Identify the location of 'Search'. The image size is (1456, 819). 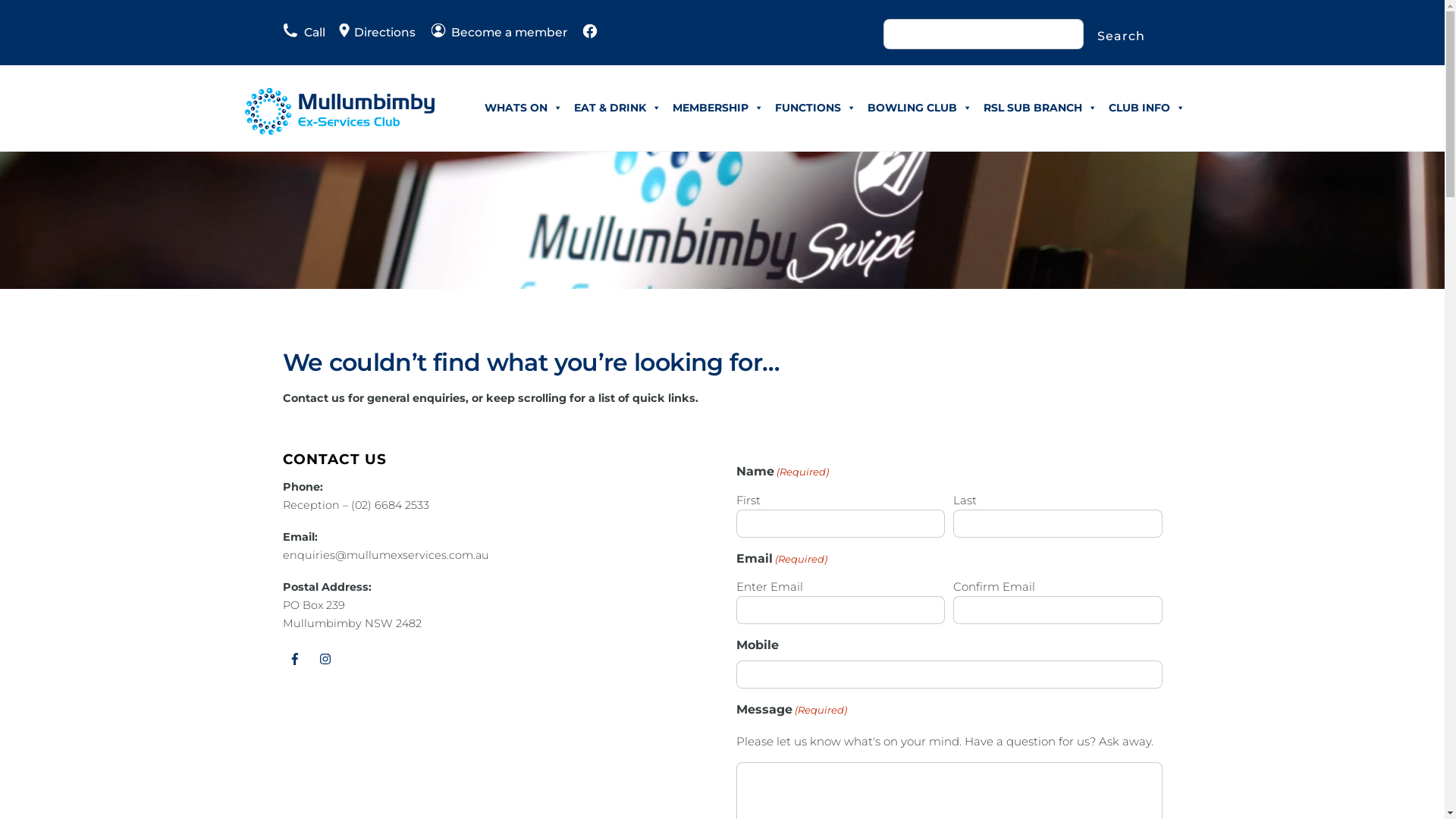
(1121, 35).